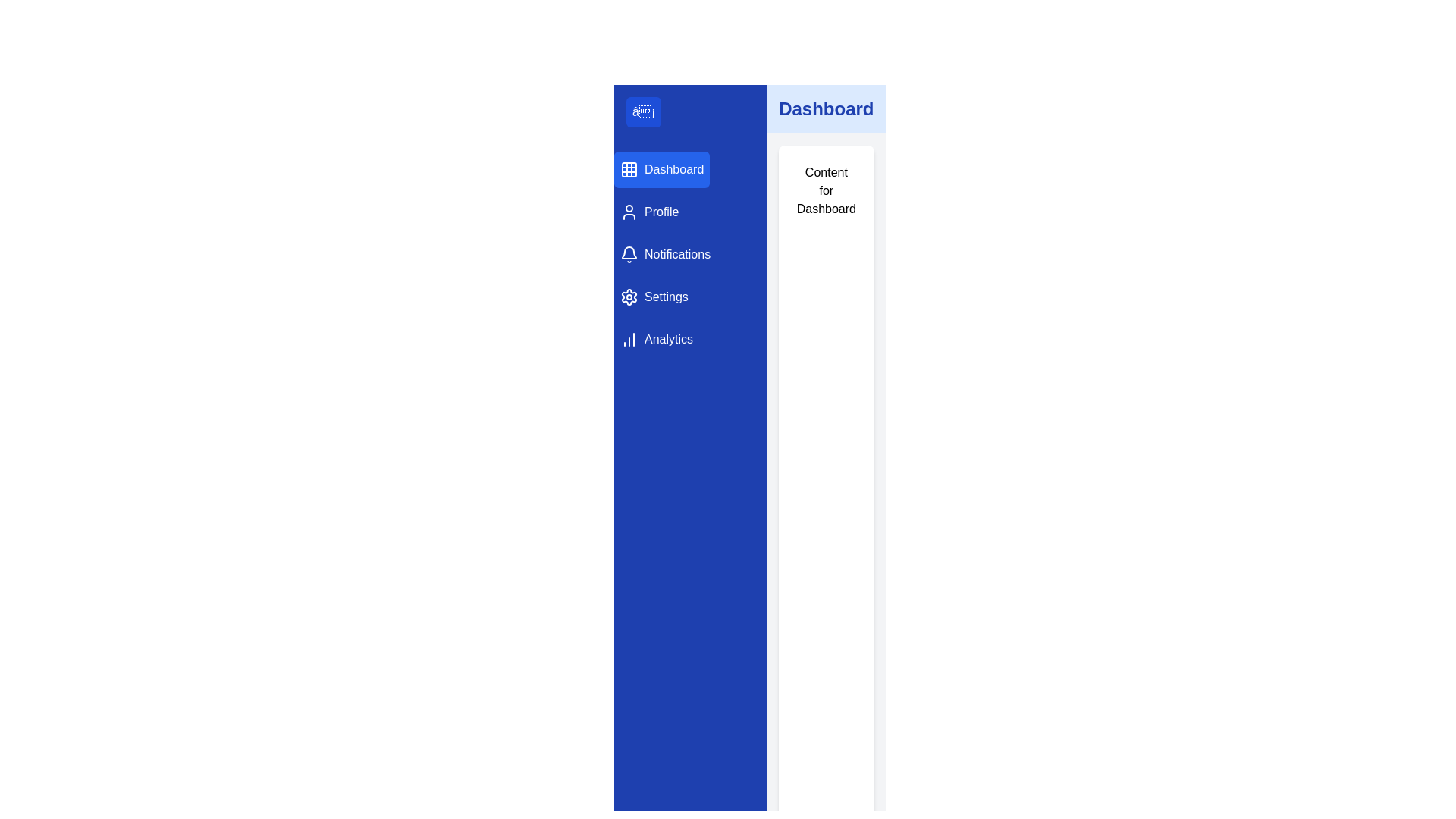 The image size is (1456, 819). Describe the element at coordinates (644, 111) in the screenshot. I see `the menu toggle button located in the blue sidebar on the left, positioned near the 'Dashboard' menu button to trigger hover effects` at that location.